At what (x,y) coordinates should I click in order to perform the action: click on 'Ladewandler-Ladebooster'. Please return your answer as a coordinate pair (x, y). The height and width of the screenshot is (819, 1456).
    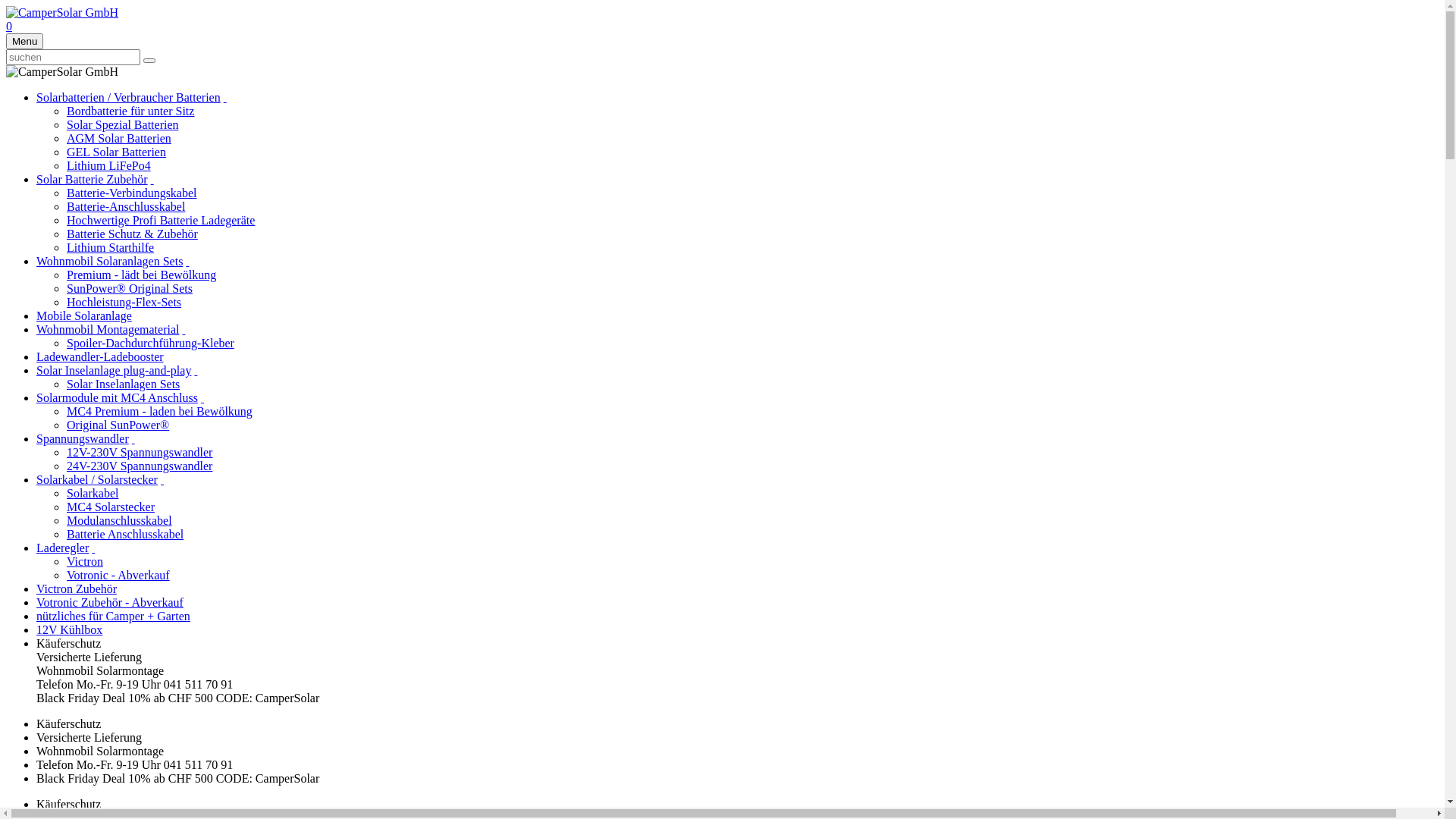
    Looking at the image, I should click on (99, 356).